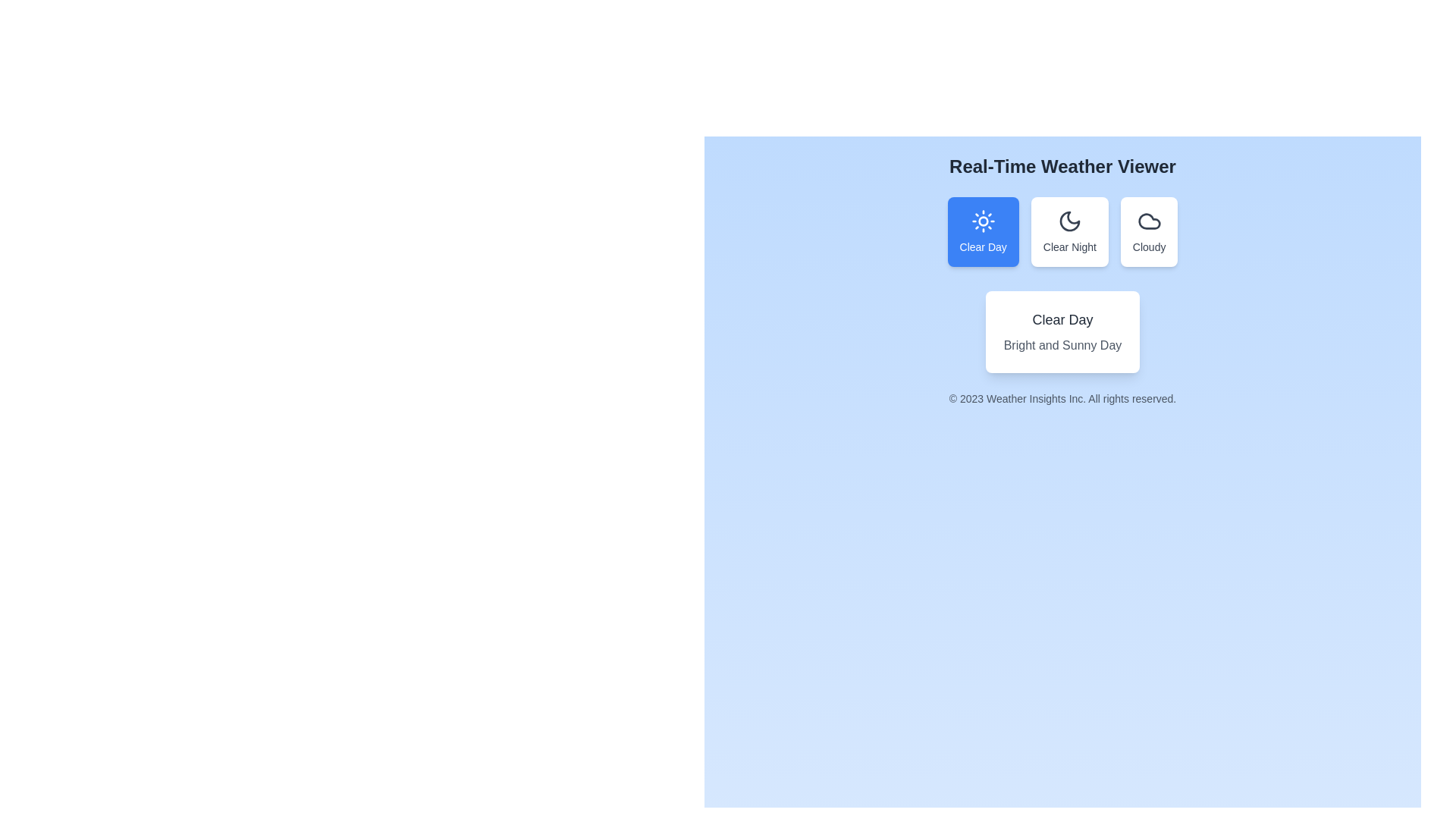  What do you see at coordinates (1149, 221) in the screenshot?
I see `the cloud icon, which is the last button in the horizontal row of three weather options in the weather selection interface` at bounding box center [1149, 221].